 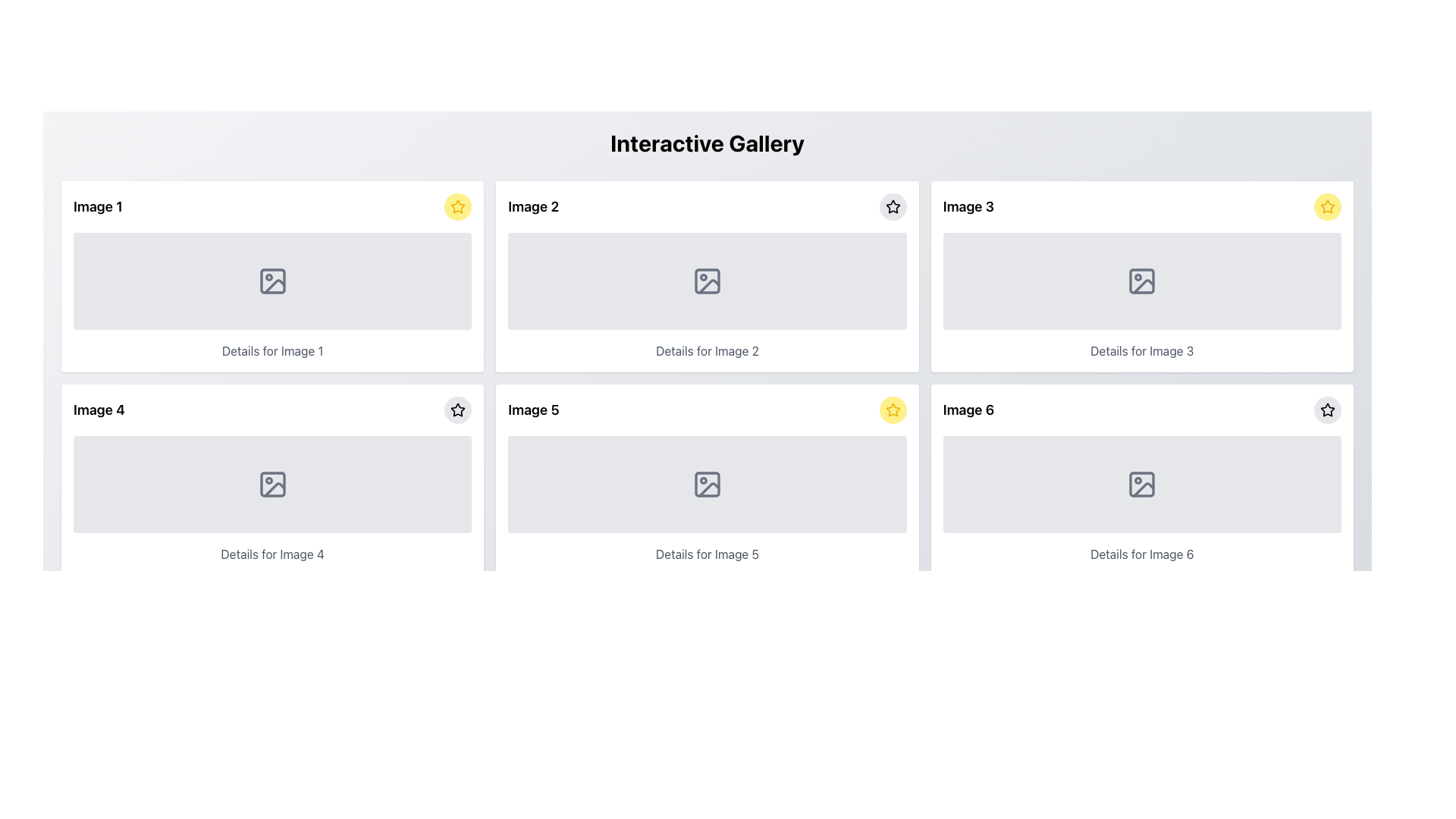 I want to click on the small rectangle with rounded corners located within the fourth image placeholder in the grid layout, so click(x=272, y=485).